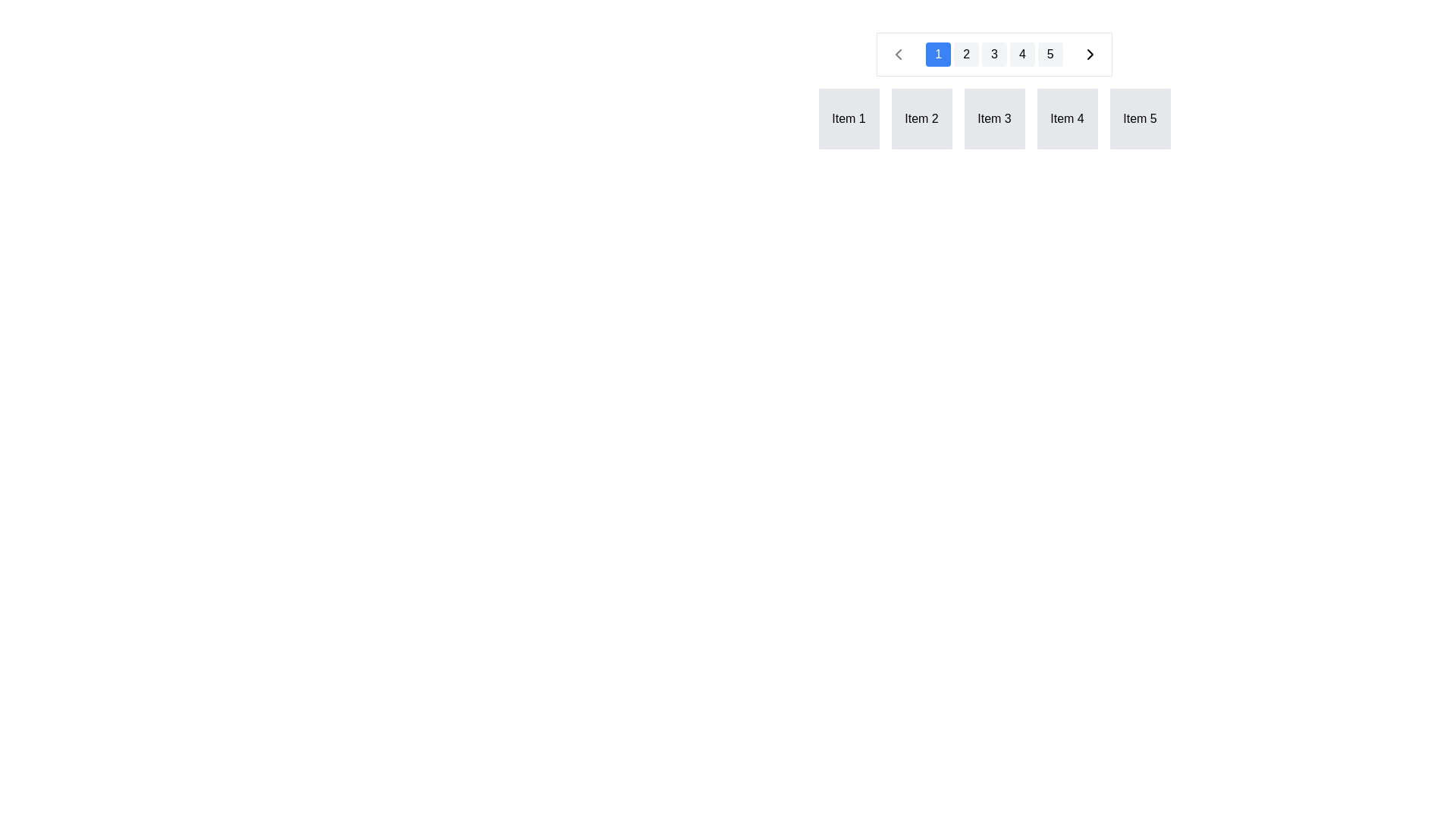  What do you see at coordinates (994, 162) in the screenshot?
I see `the pagination control of the Pagination widget` at bounding box center [994, 162].